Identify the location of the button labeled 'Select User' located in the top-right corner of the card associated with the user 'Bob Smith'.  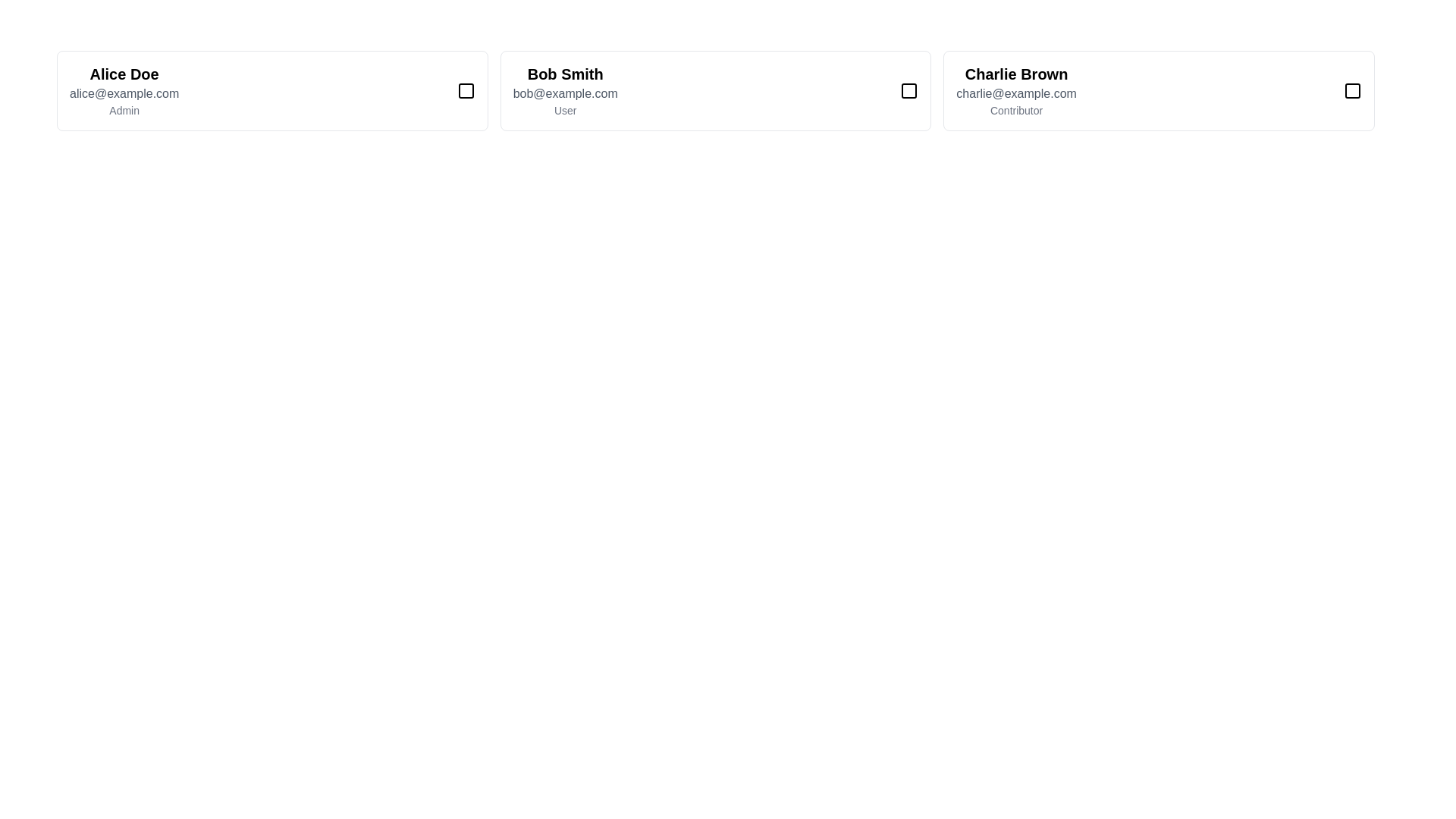
(909, 90).